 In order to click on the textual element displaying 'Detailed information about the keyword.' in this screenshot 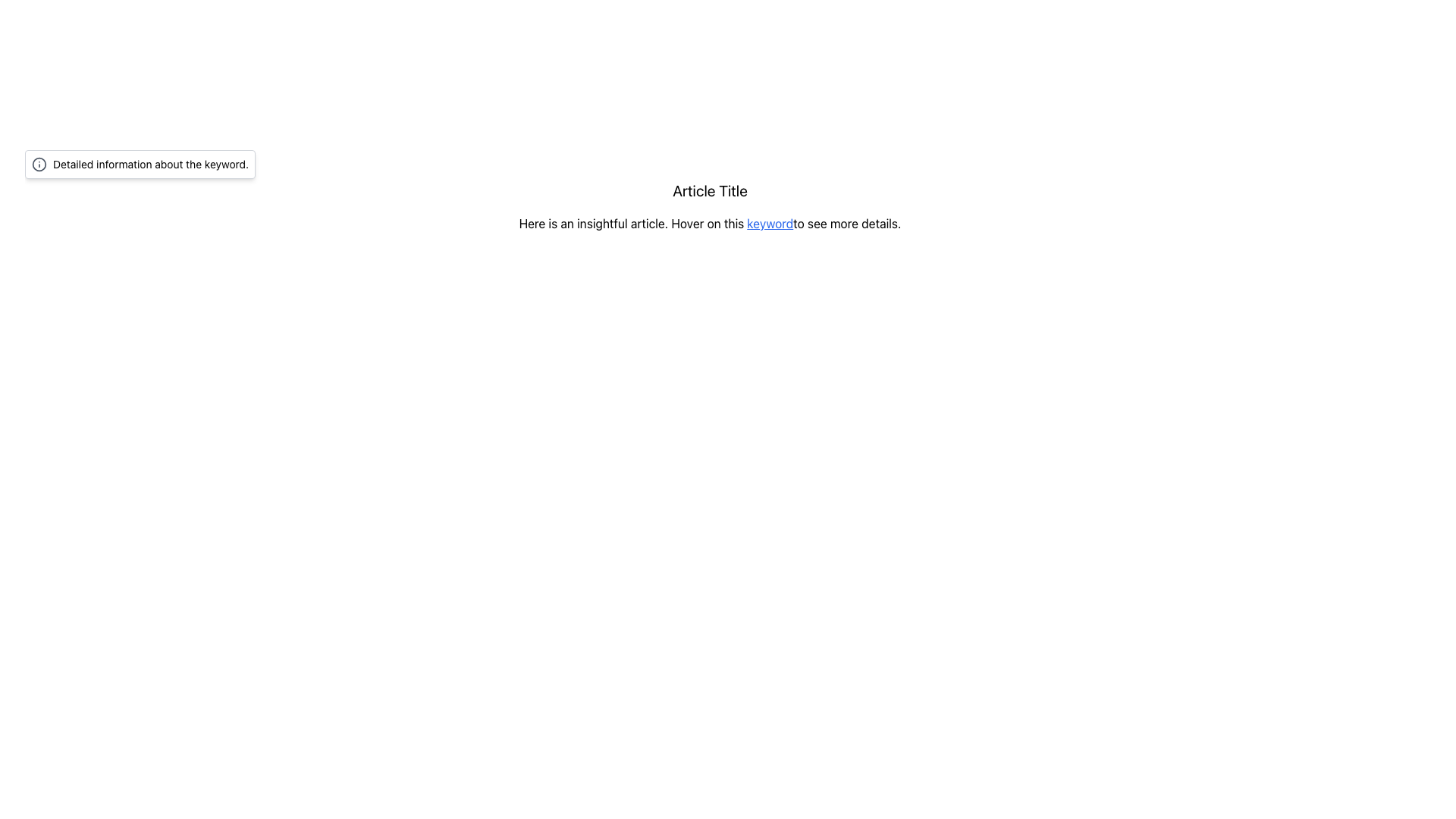, I will do `click(151, 164)`.